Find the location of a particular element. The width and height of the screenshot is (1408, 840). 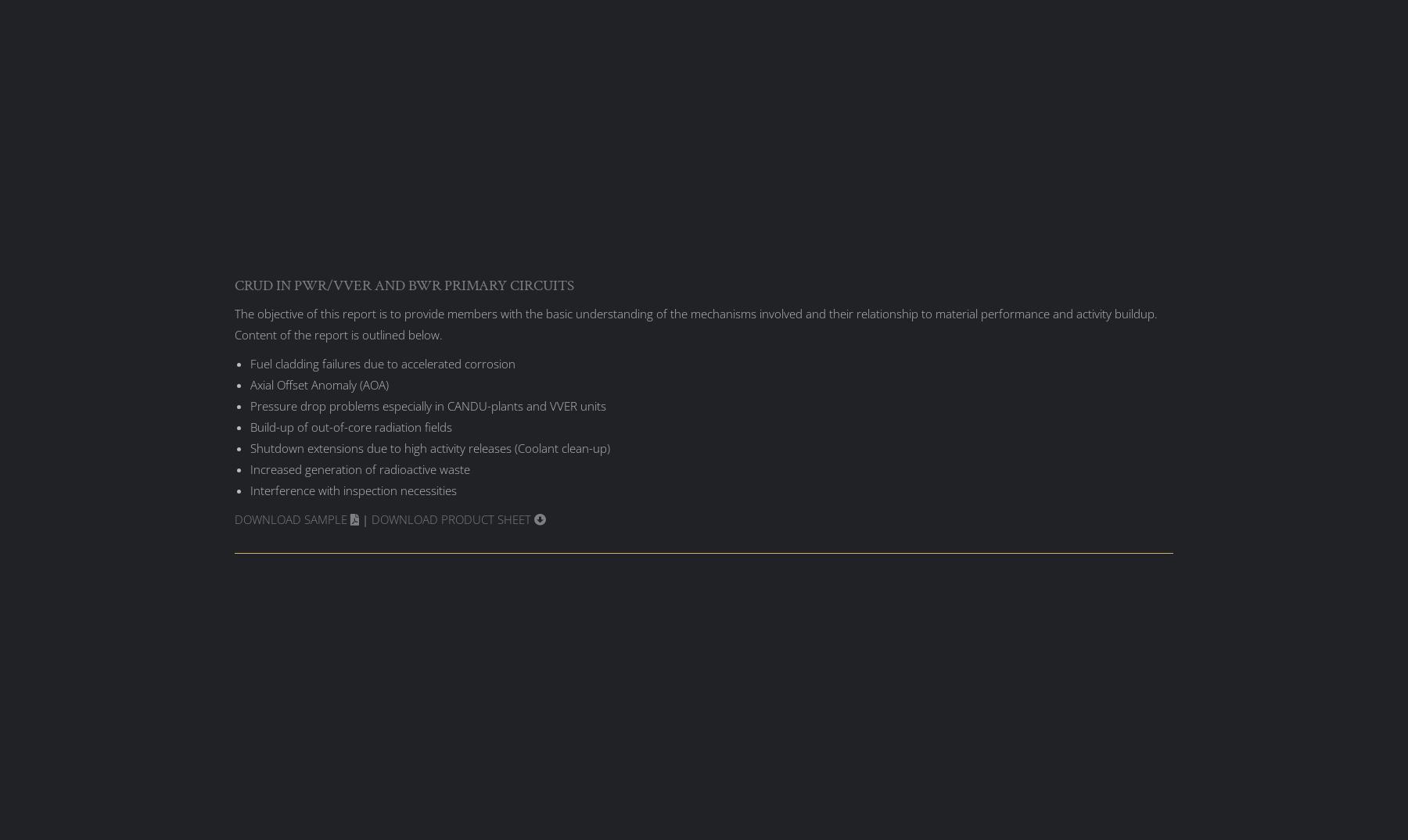

'Pressure drop problems especially in CANDU-plants and VVER units' is located at coordinates (427, 404).